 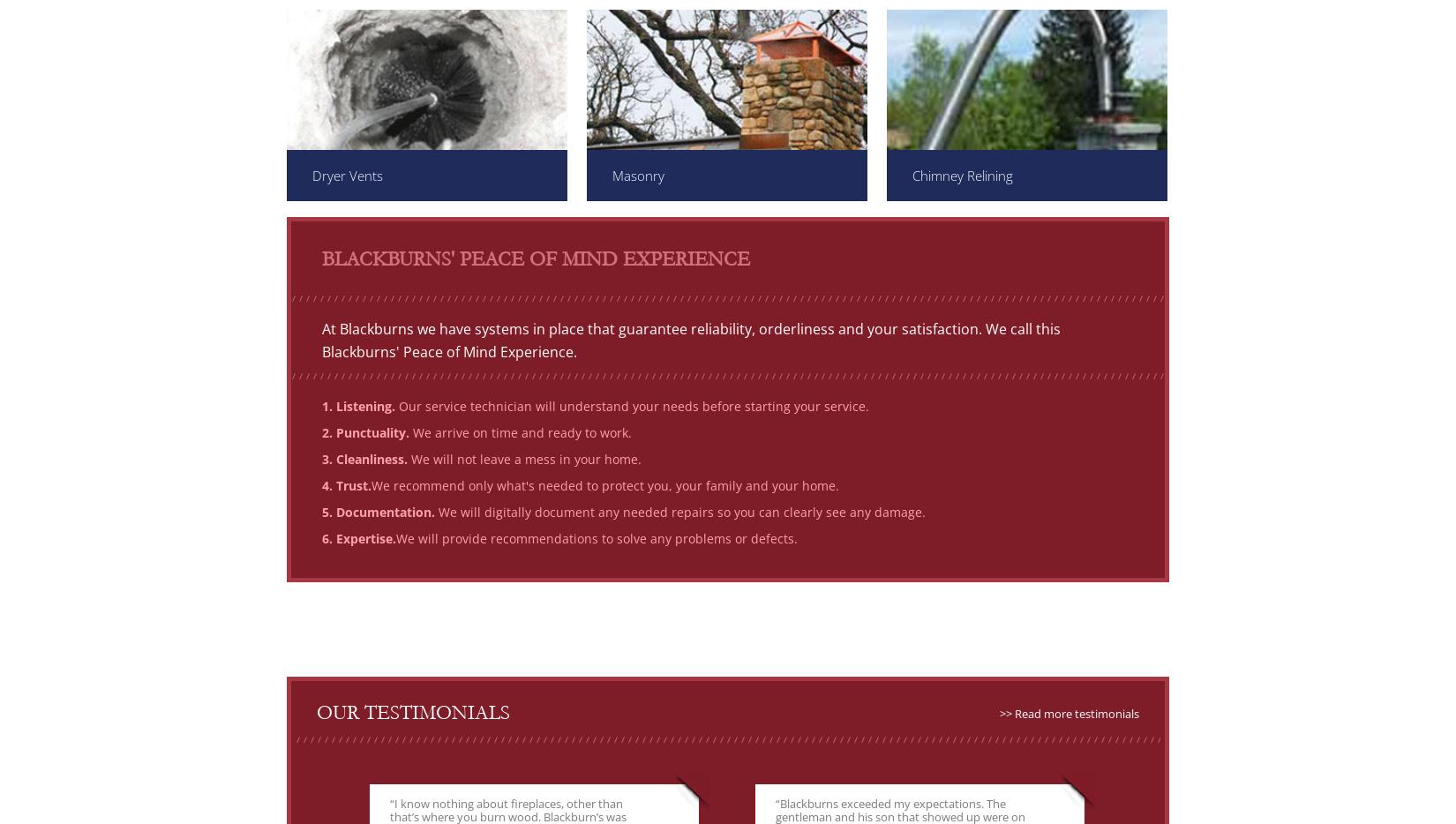 I want to click on 'Our service technician will understand your needs before starting your service.', so click(x=631, y=406).